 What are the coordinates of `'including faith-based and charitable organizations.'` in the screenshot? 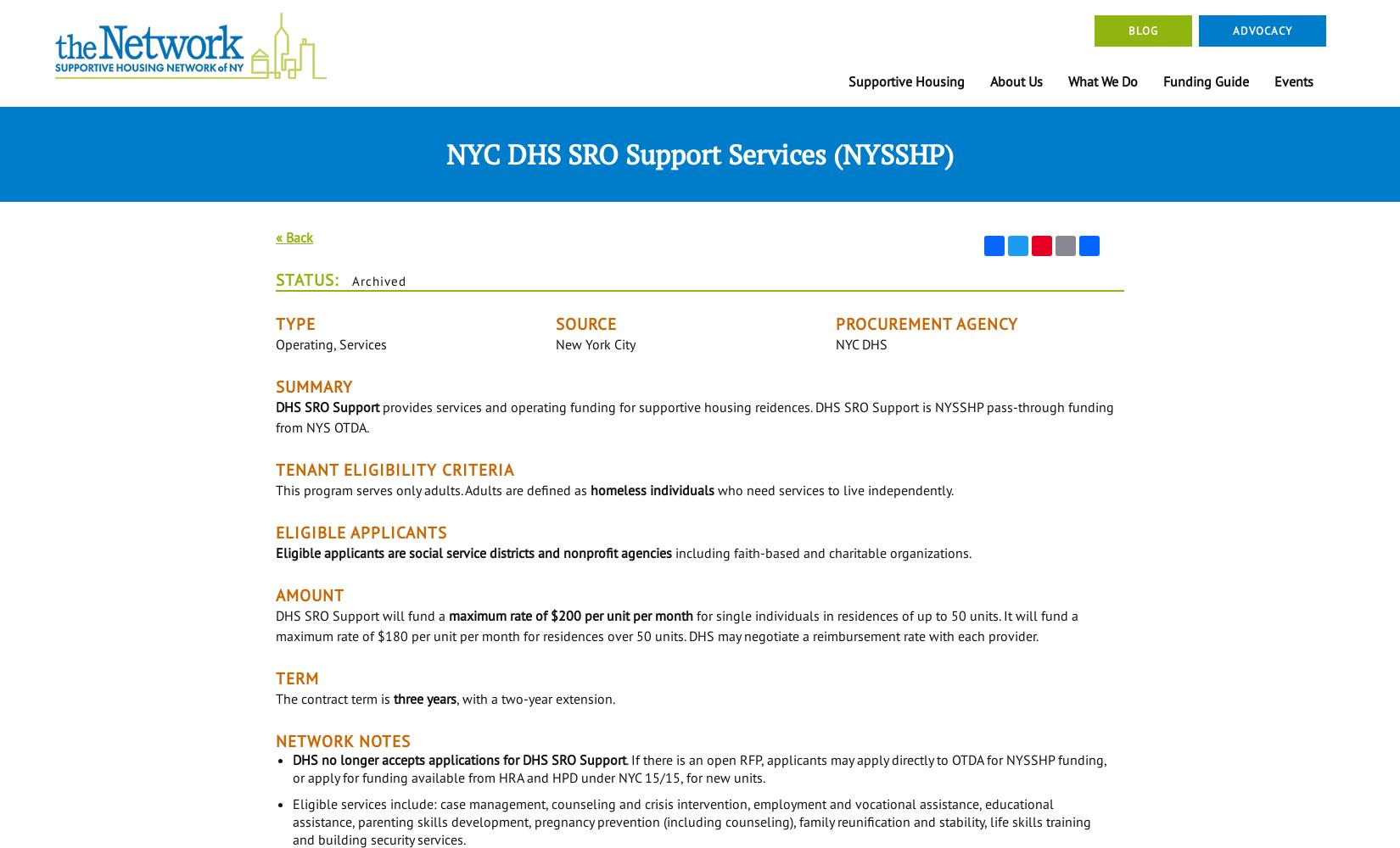 It's located at (821, 553).